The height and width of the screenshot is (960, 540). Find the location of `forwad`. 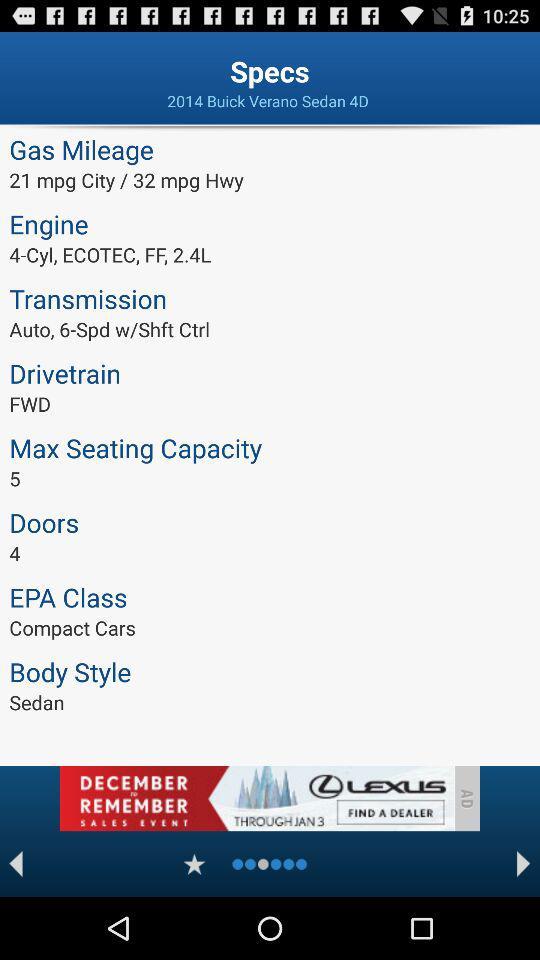

forwad is located at coordinates (523, 863).